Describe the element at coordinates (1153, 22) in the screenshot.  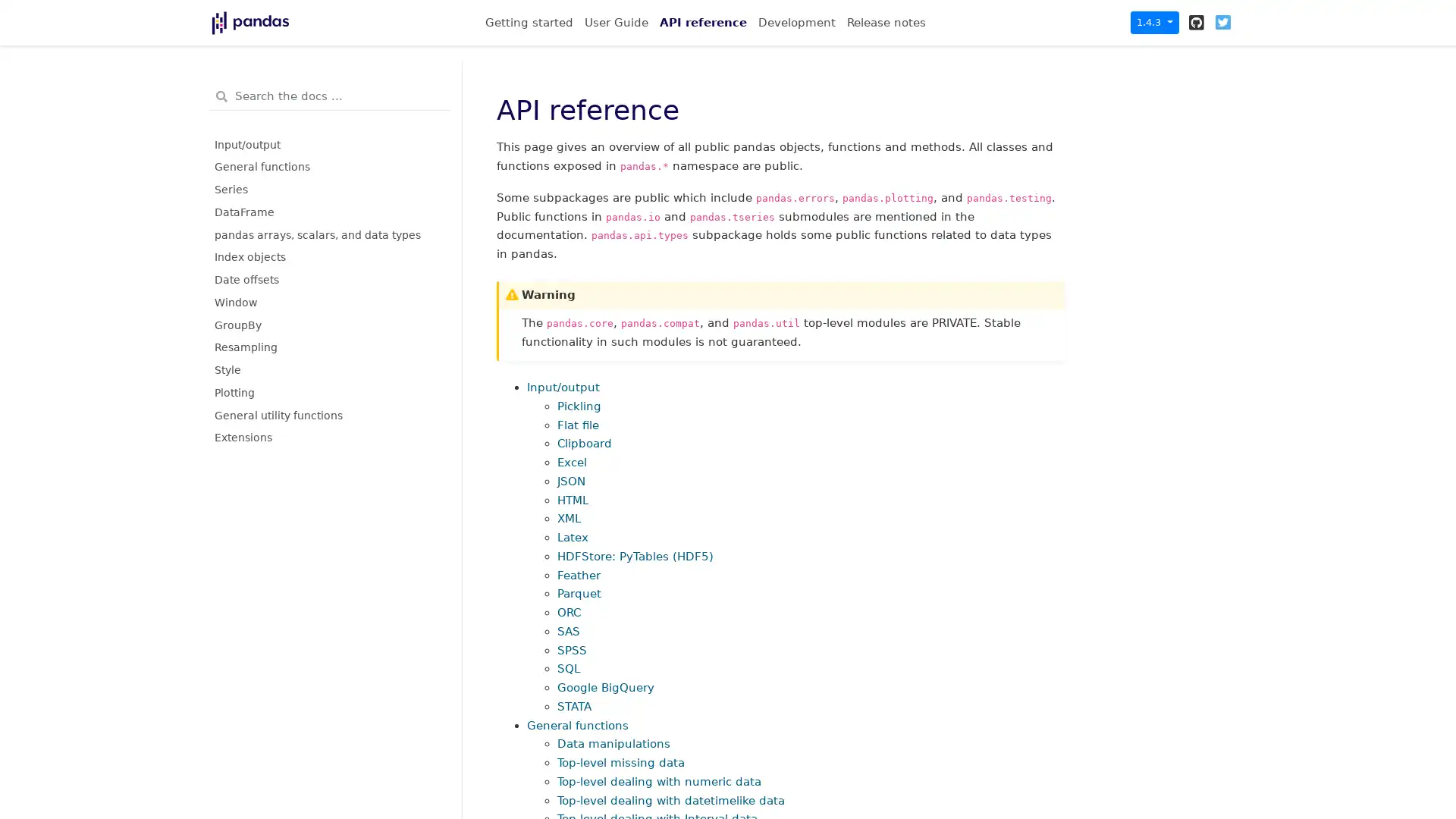
I see `1.4.3` at that location.